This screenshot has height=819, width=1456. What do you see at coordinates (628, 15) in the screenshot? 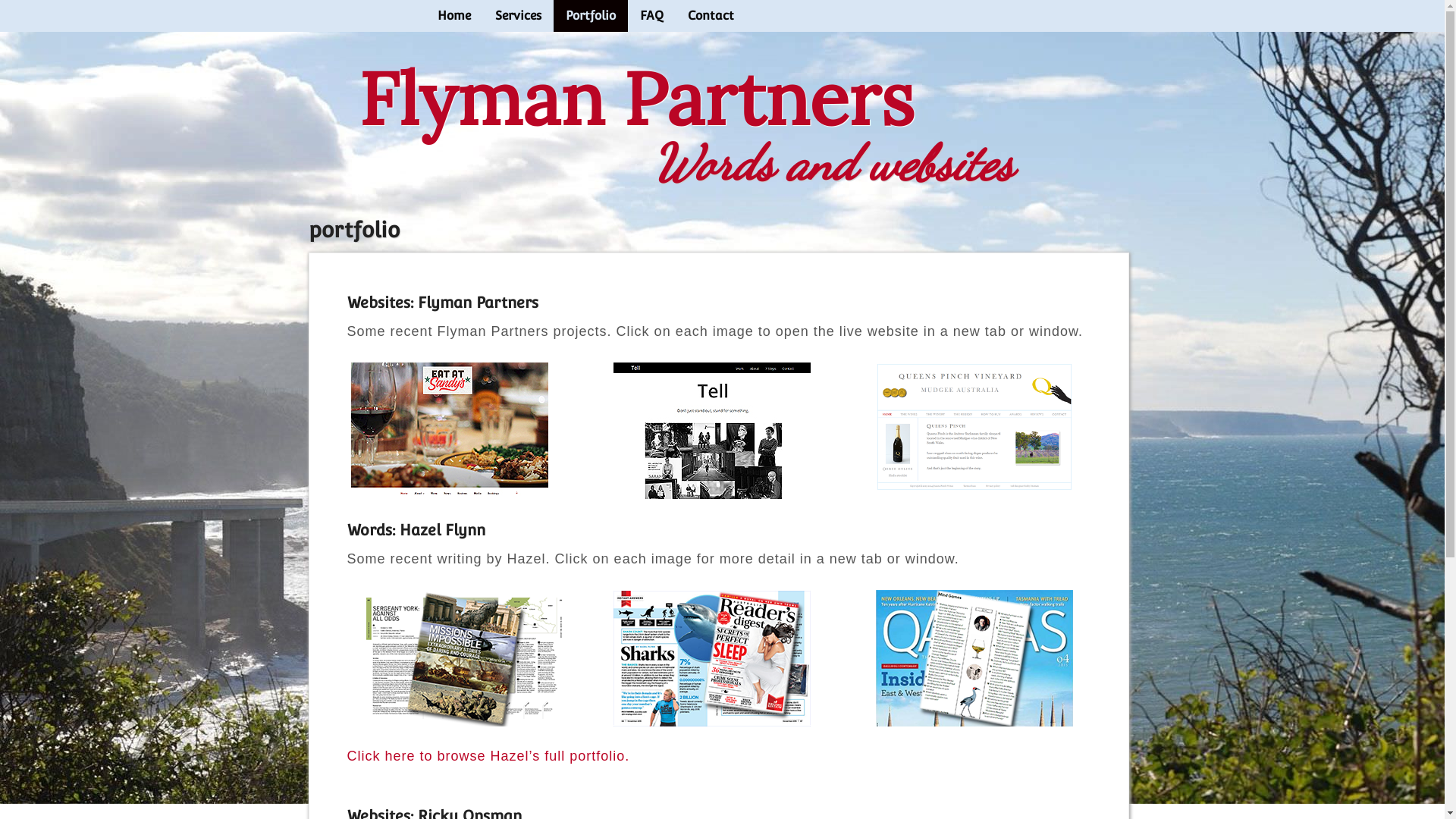
I see `'FAQ'` at bounding box center [628, 15].